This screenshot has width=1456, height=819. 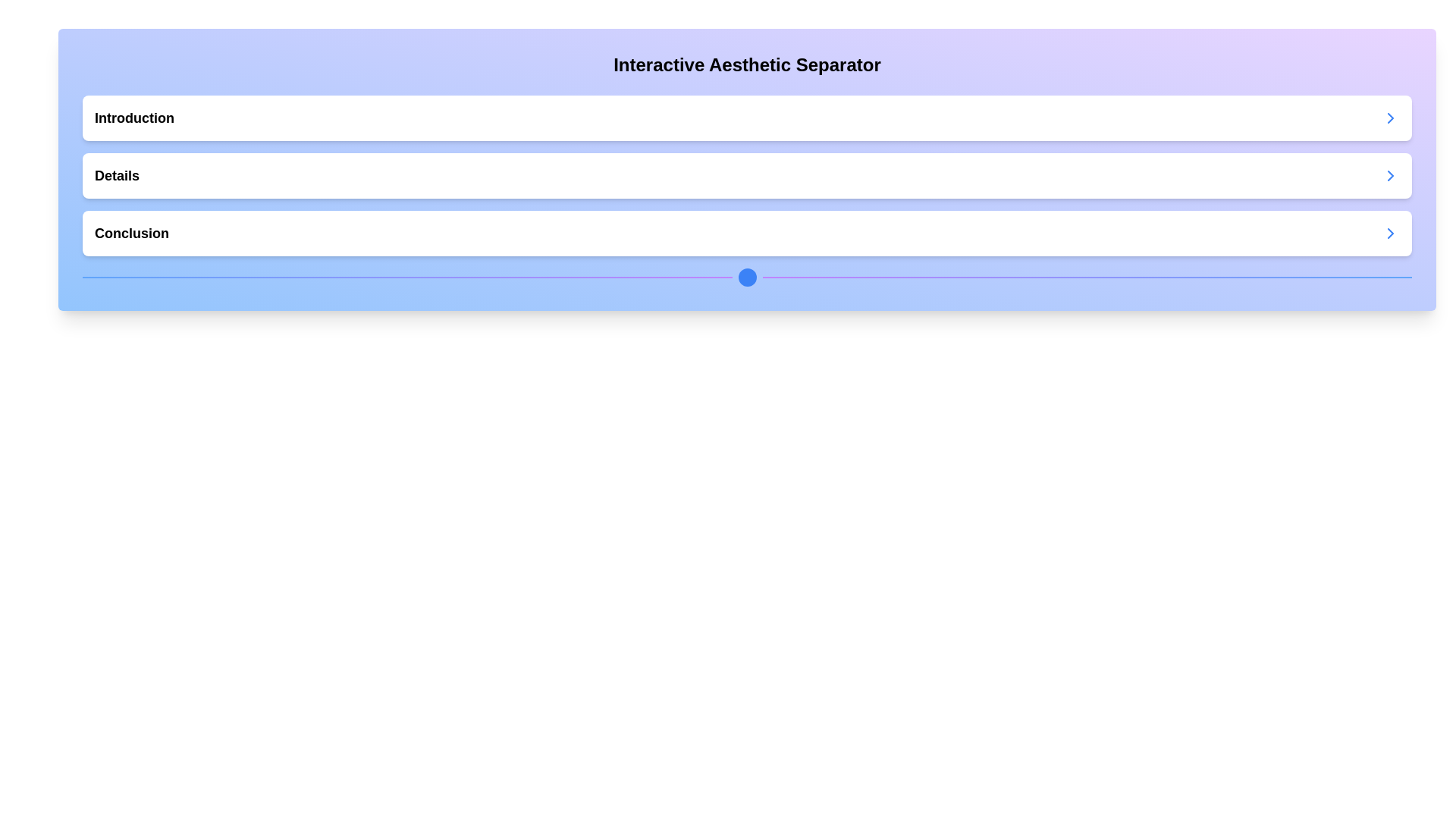 What do you see at coordinates (1390, 117) in the screenshot?
I see `the rightward-facing blue chevron icon adjacent to the 'Introduction' text` at bounding box center [1390, 117].